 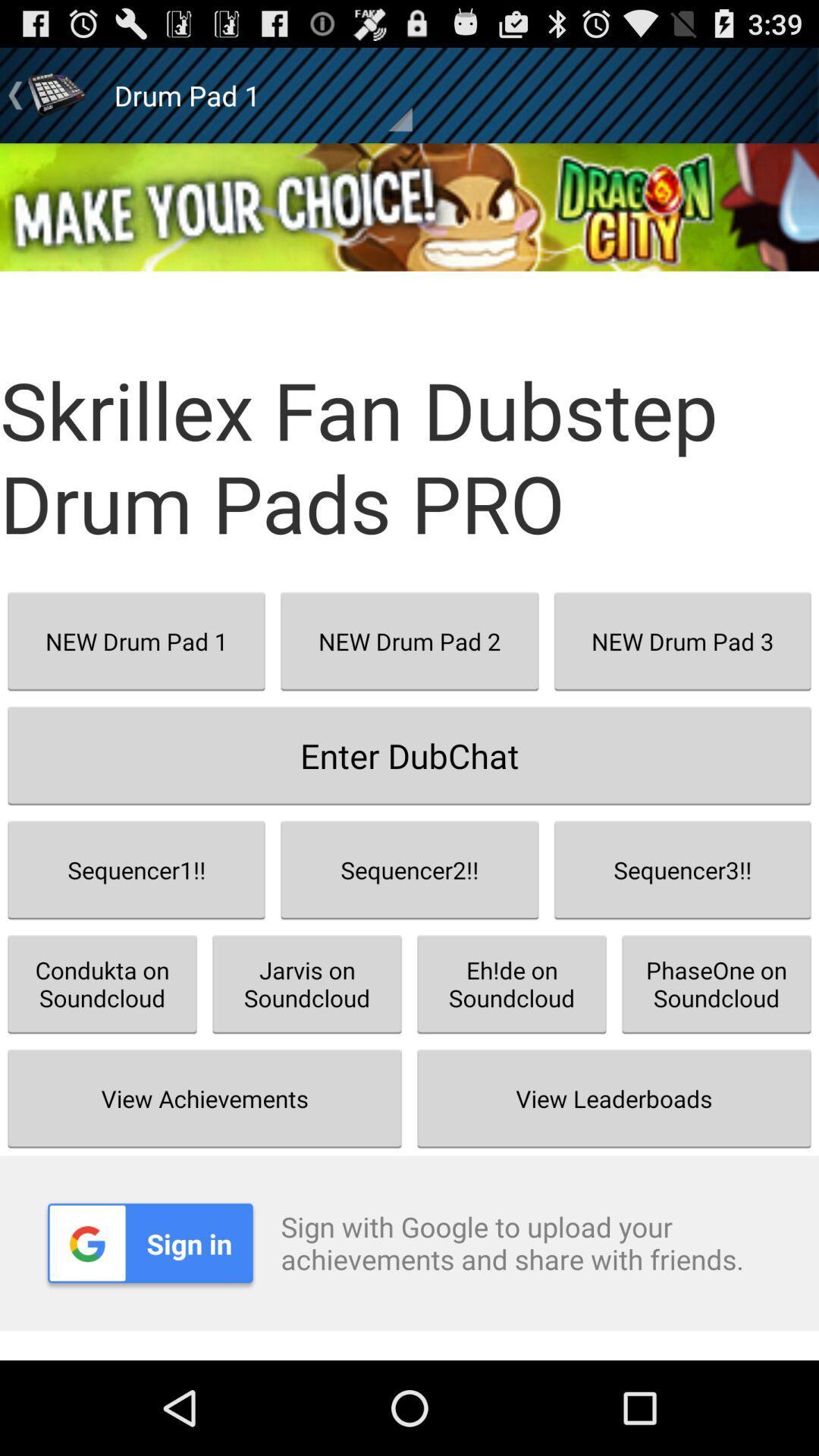 I want to click on item next to the jarvis on soundcloud button, so click(x=614, y=1098).